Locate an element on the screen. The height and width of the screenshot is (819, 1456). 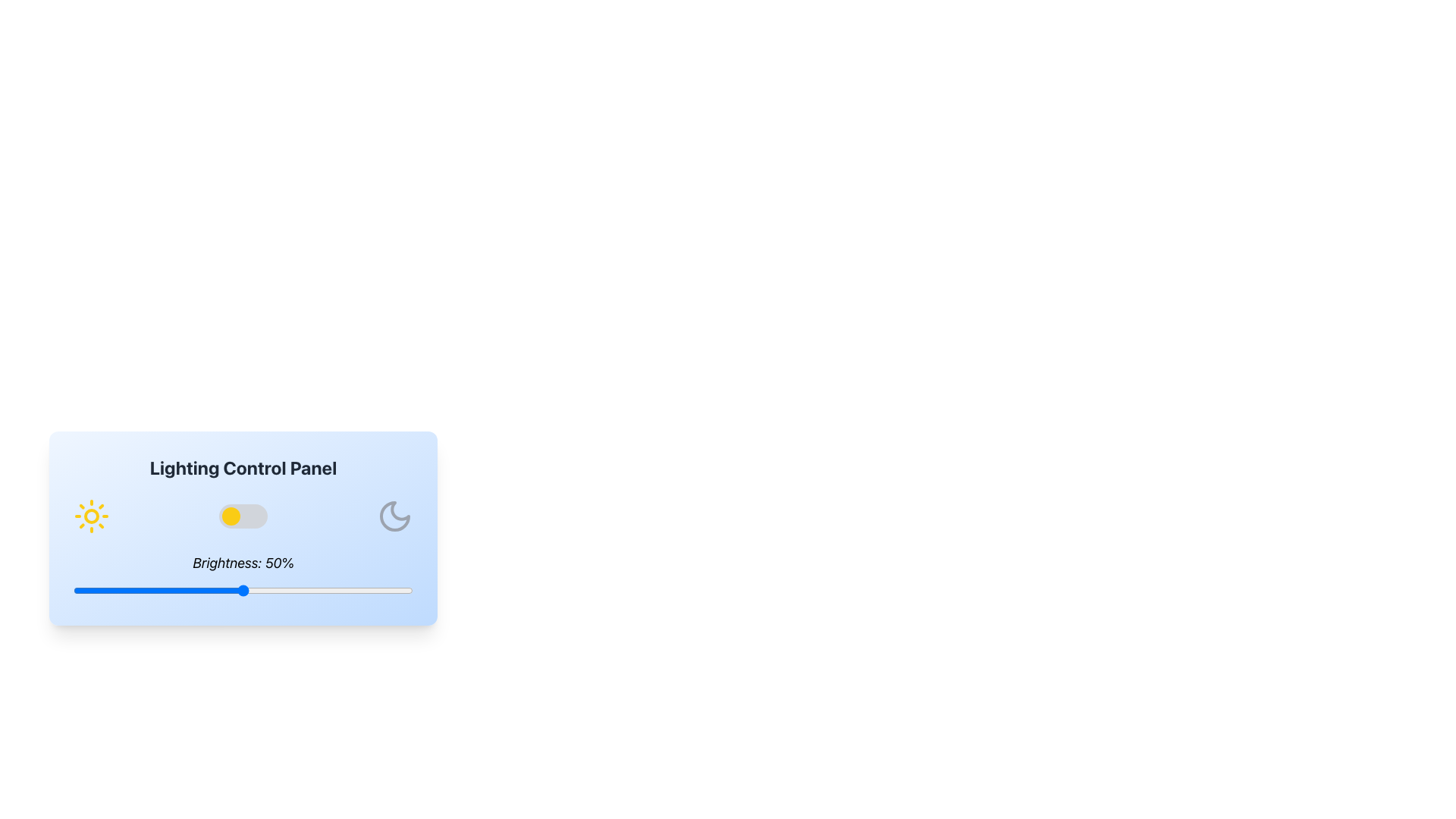
the crescent moon-shaped icon is located at coordinates (395, 516).